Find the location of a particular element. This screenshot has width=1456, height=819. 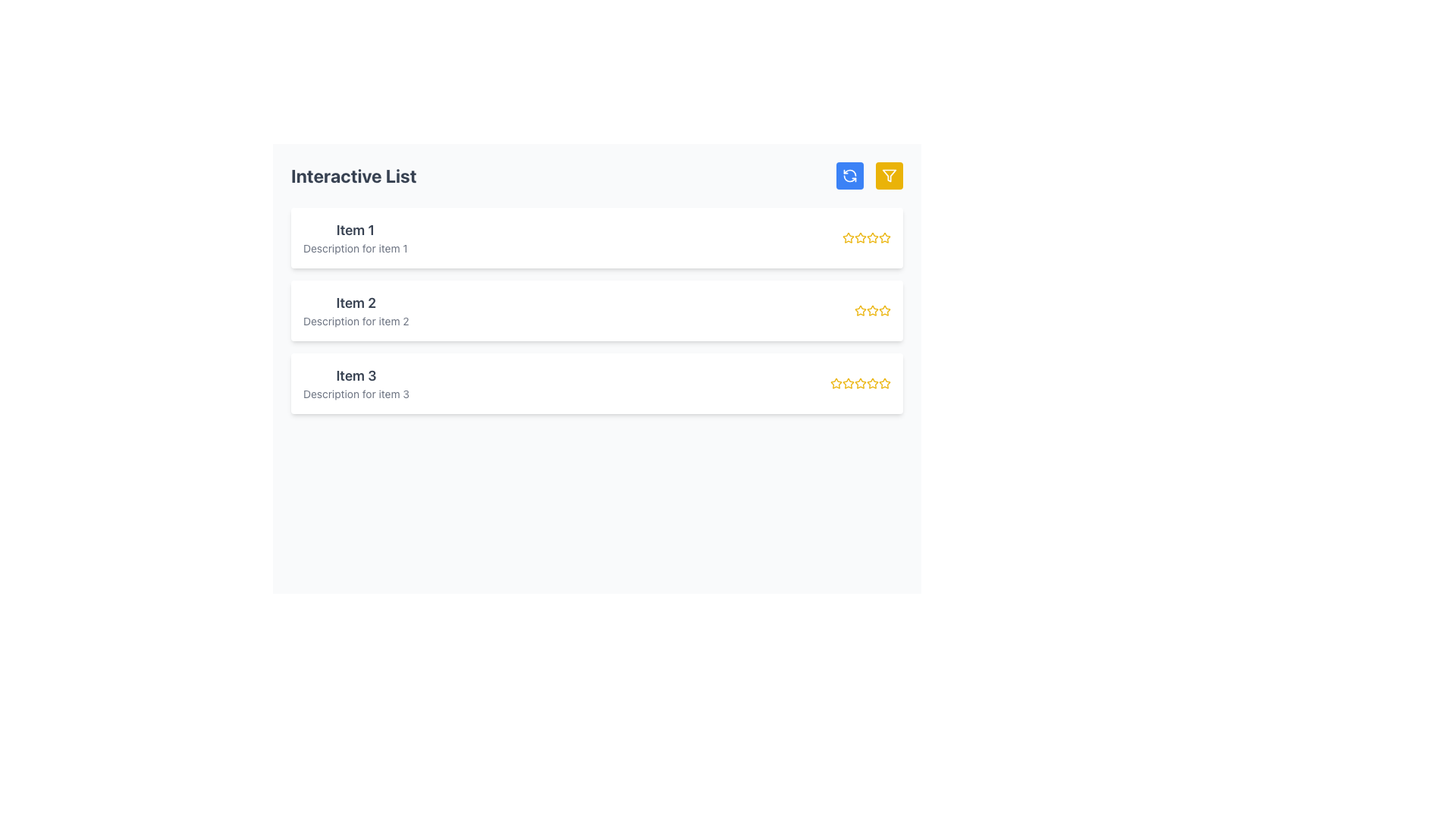

the filter icon represented by a funnel shape within the yellow button located in the upper-right corner of the interface is located at coordinates (889, 174).